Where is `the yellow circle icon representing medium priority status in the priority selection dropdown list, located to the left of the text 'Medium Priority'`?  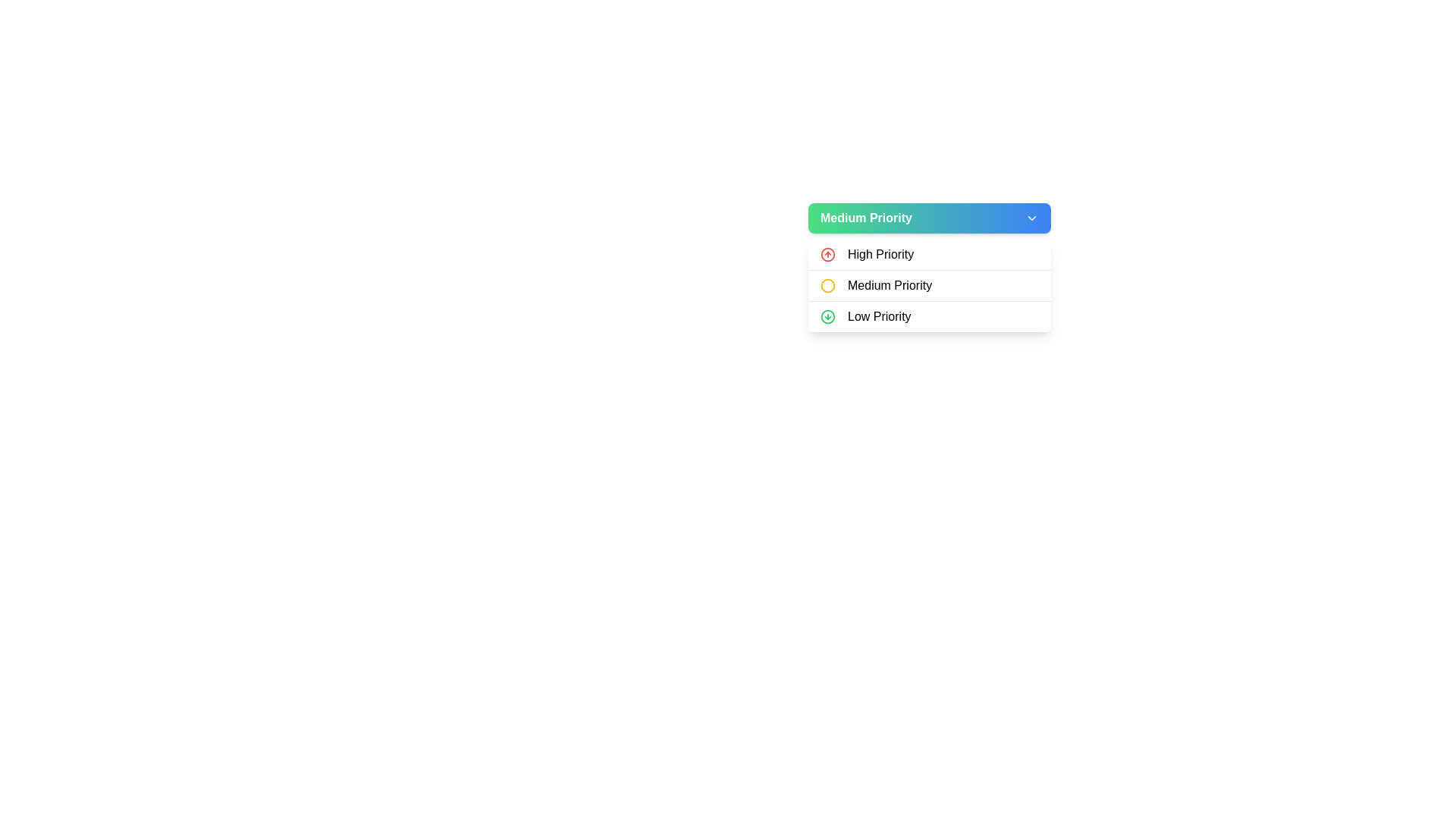
the yellow circle icon representing medium priority status in the priority selection dropdown list, located to the left of the text 'Medium Priority' is located at coordinates (827, 286).